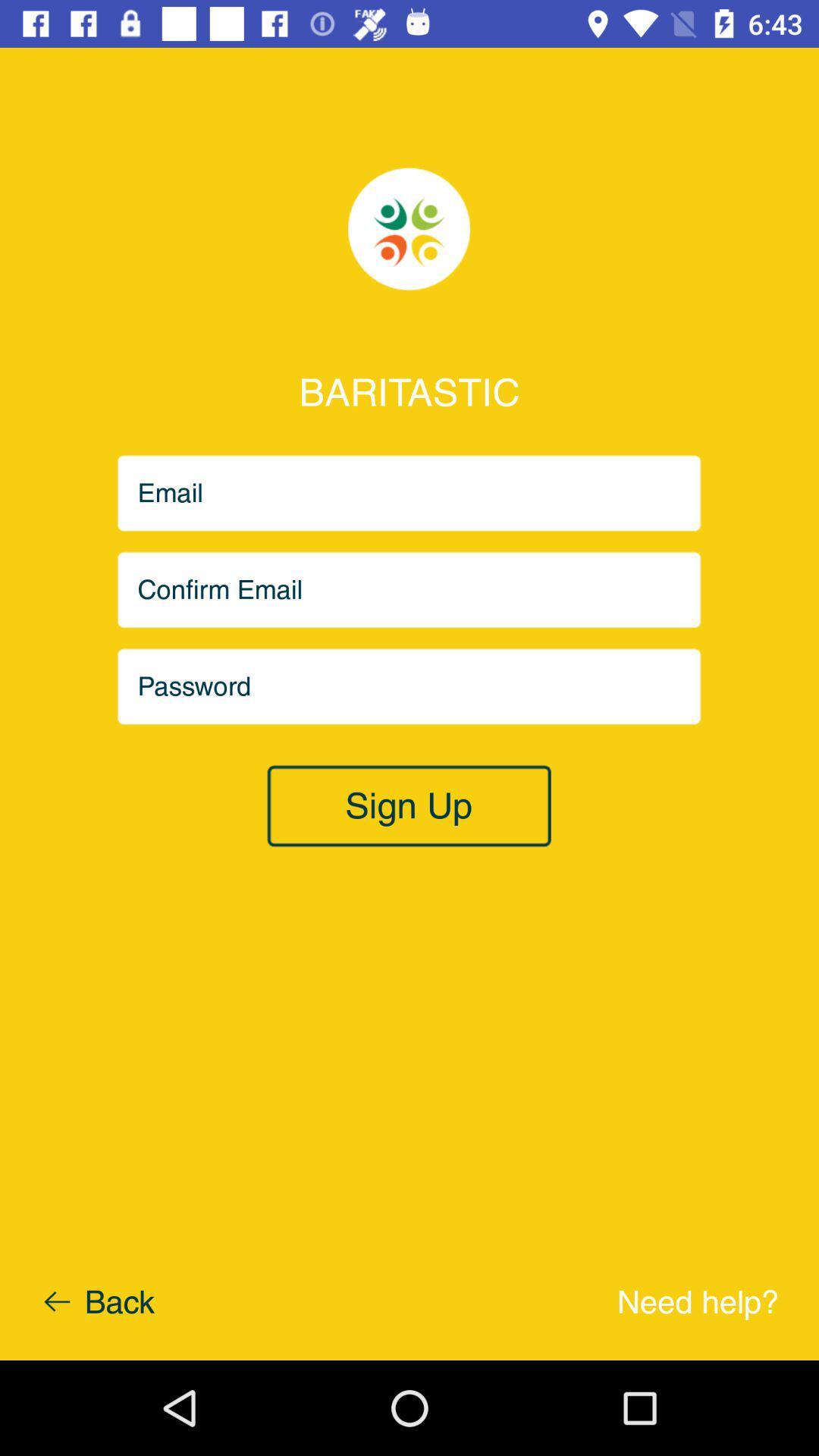 This screenshot has height=1456, width=819. I want to click on password, so click(409, 686).